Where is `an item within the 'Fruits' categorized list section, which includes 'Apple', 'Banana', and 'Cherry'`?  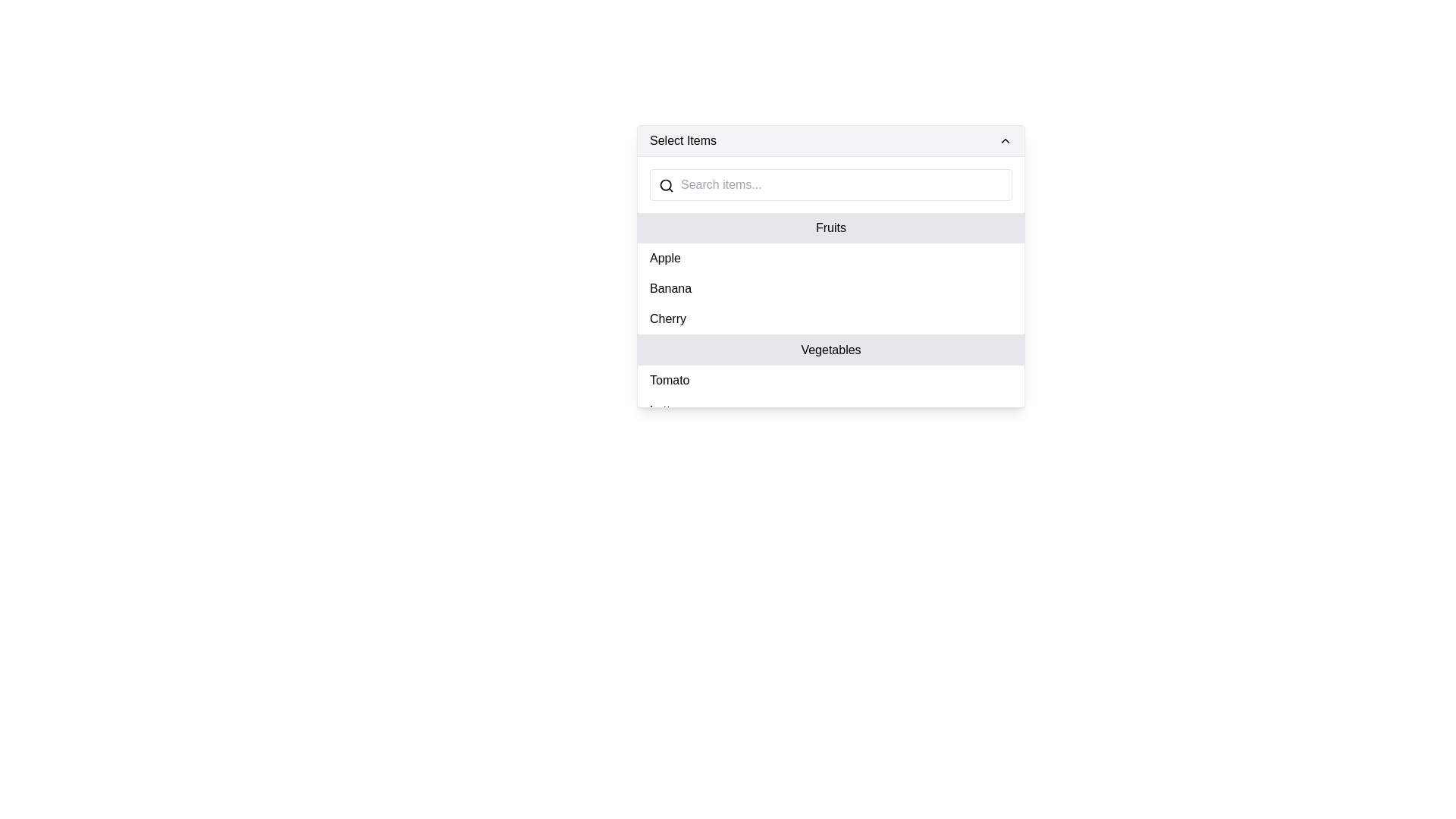 an item within the 'Fruits' categorized list section, which includes 'Apple', 'Banana', and 'Cherry' is located at coordinates (830, 274).